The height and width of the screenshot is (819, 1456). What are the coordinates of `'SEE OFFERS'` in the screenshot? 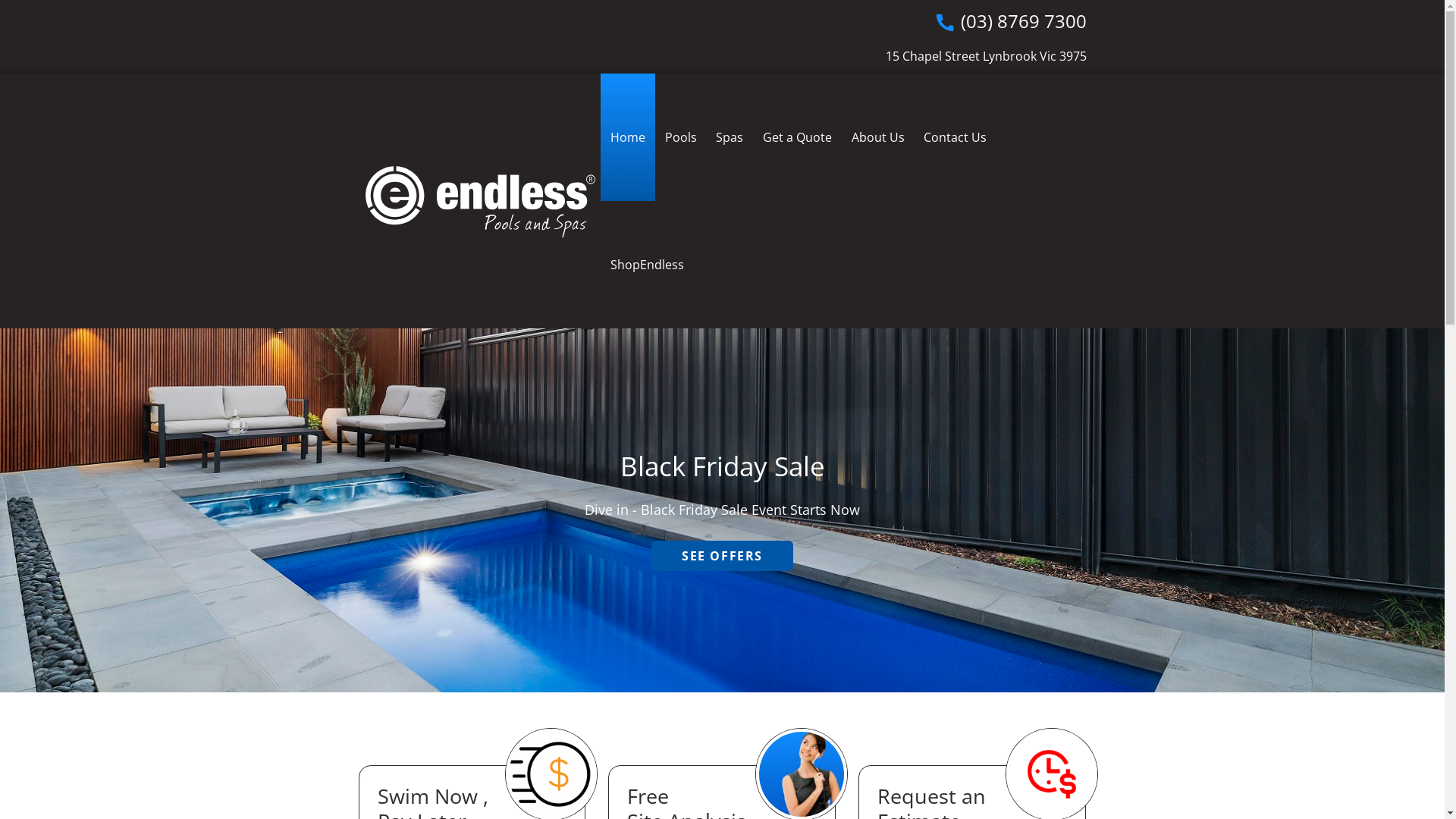 It's located at (721, 555).